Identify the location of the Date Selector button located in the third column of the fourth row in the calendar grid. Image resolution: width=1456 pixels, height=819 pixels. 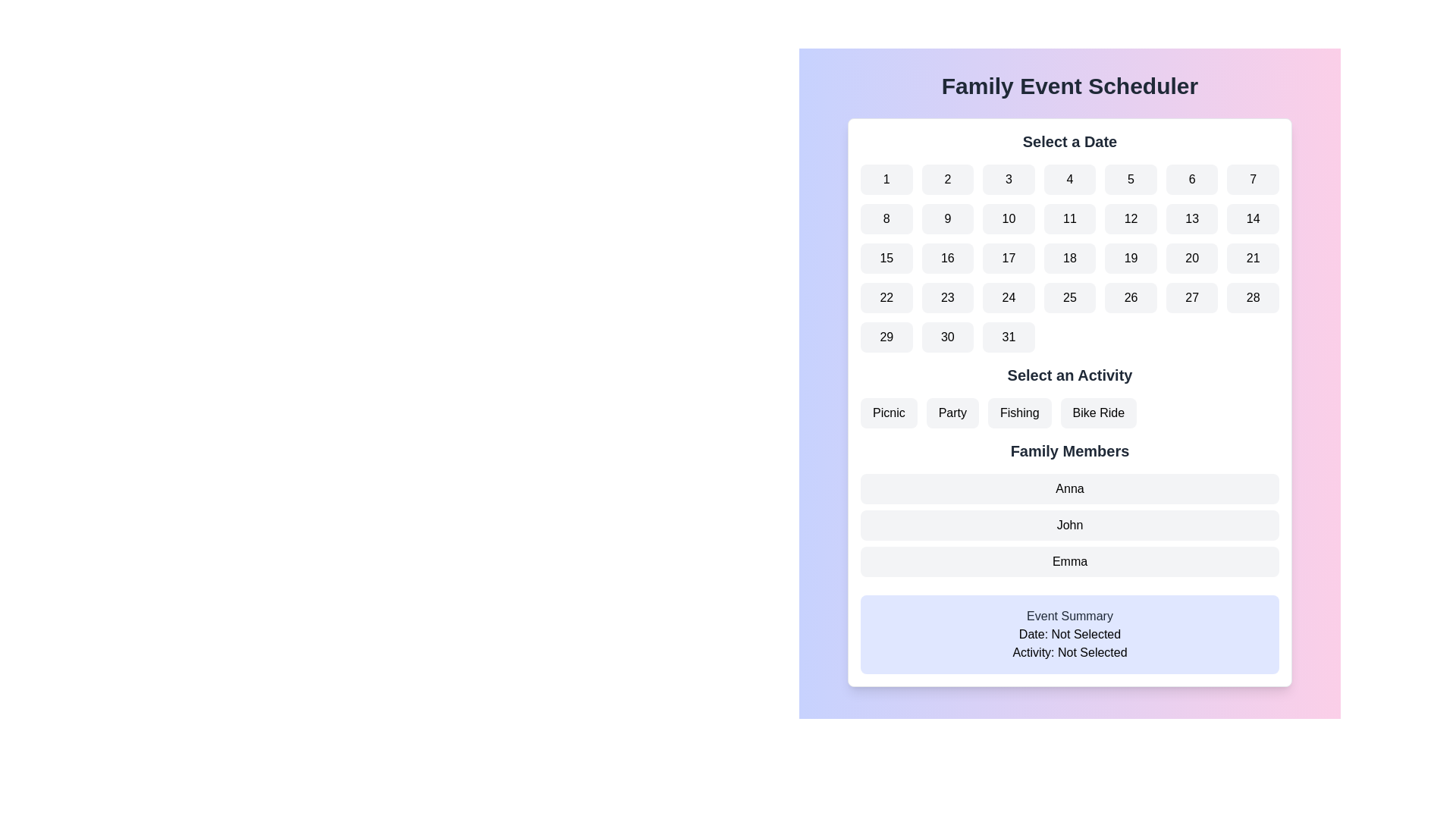
(1009, 298).